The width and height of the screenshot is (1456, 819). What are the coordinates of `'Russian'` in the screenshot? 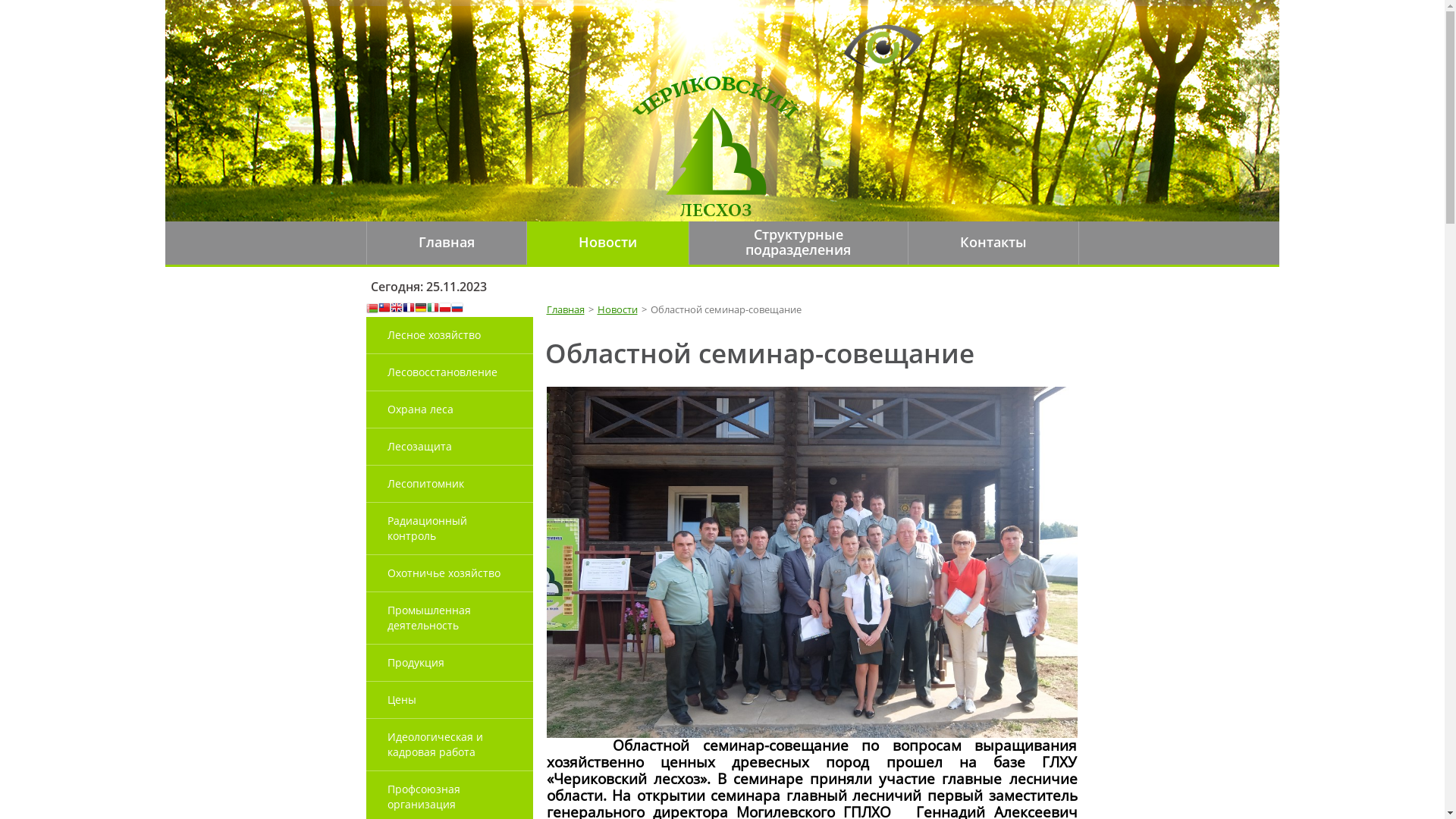 It's located at (455, 308).